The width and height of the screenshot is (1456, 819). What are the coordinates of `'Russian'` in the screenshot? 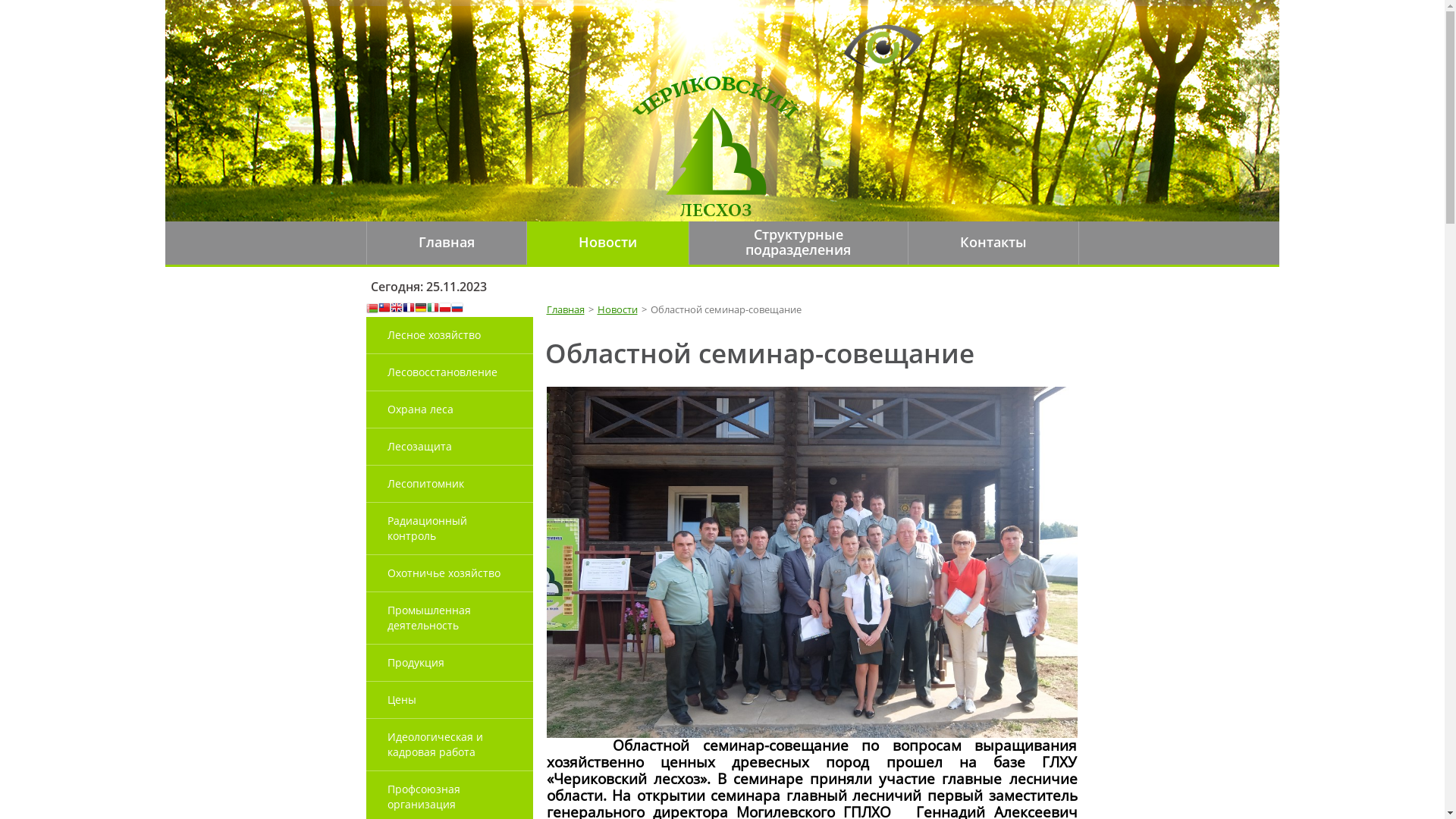 It's located at (455, 308).